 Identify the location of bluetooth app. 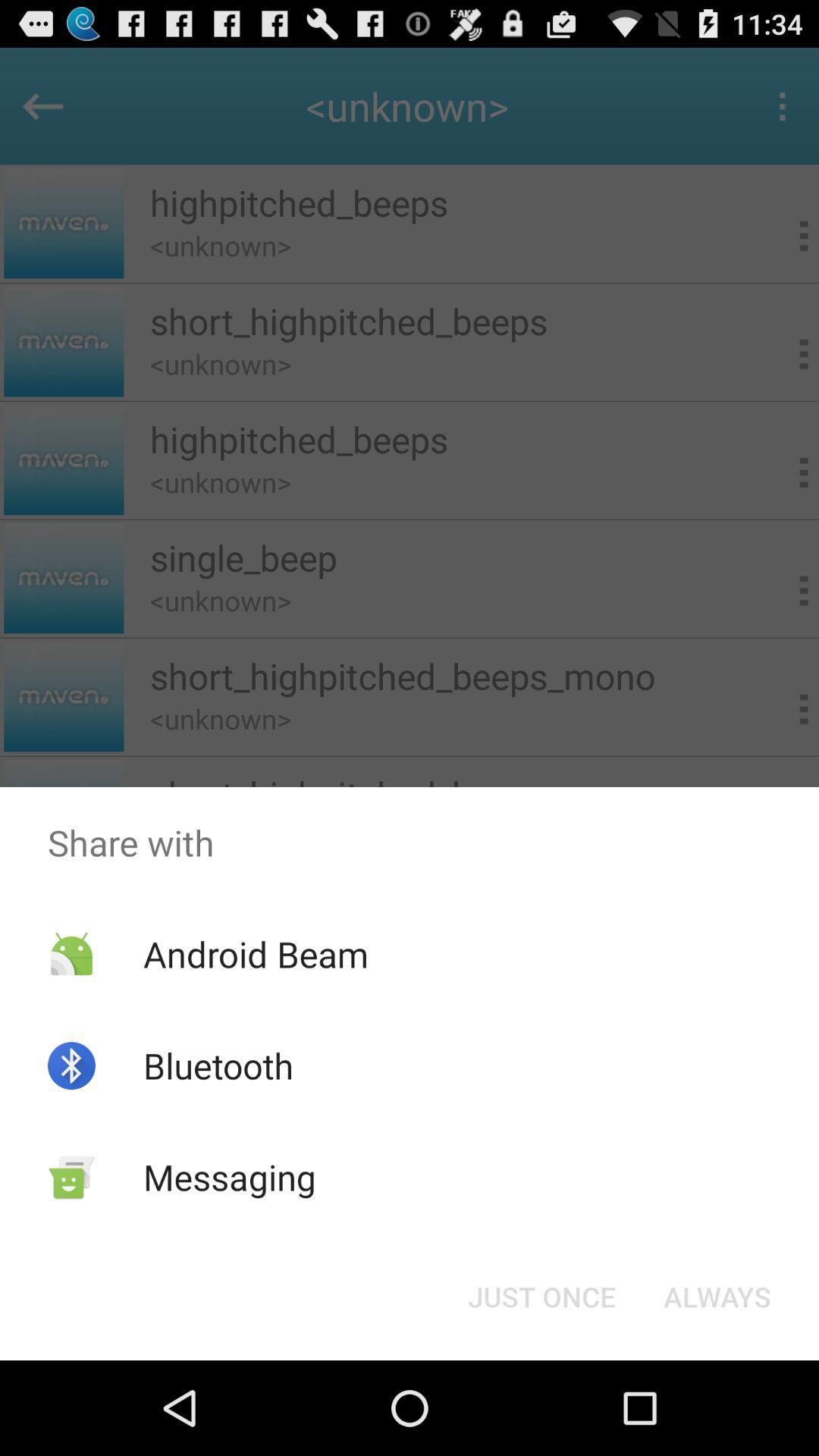
(218, 1065).